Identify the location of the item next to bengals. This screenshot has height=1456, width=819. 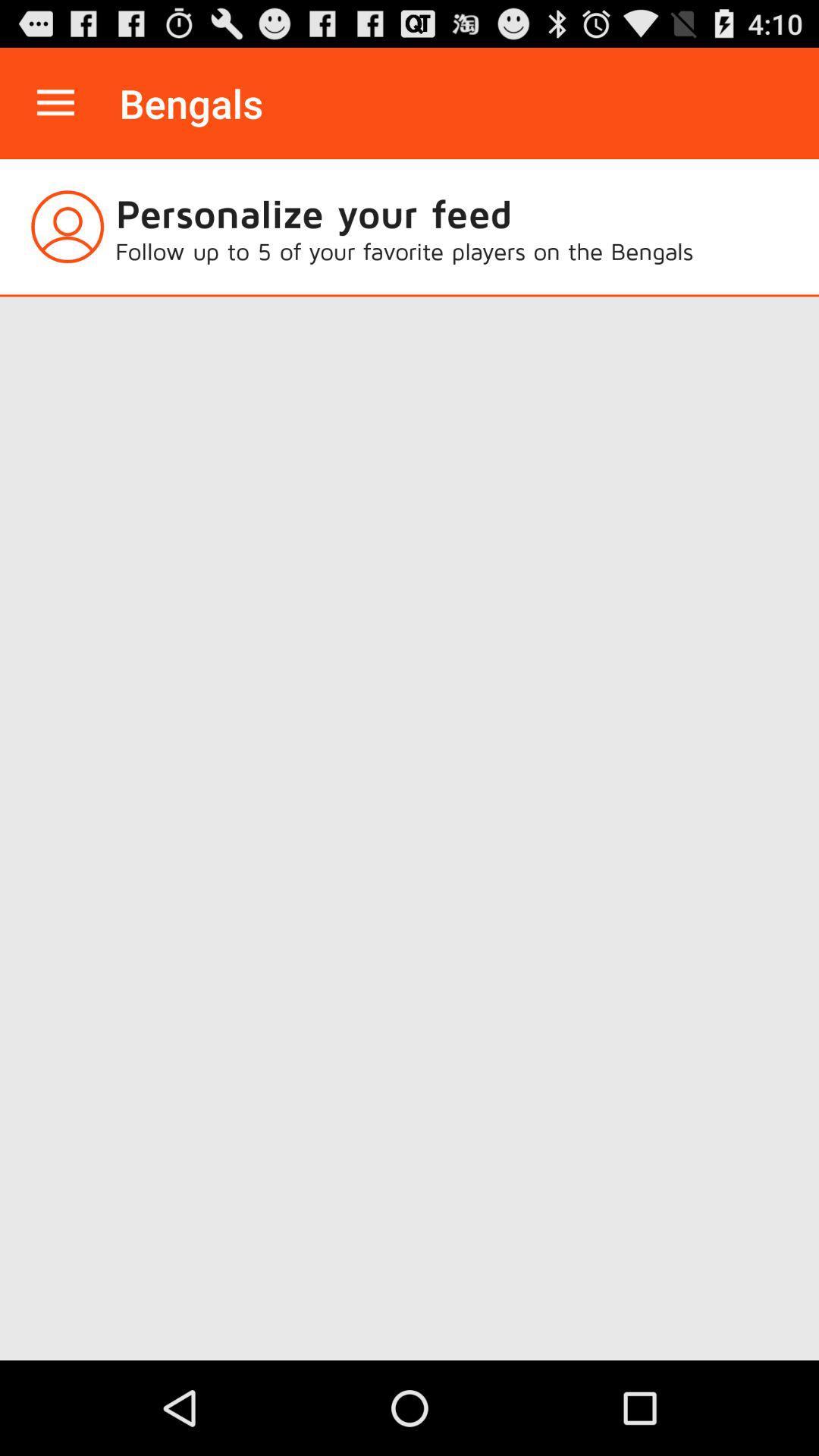
(55, 102).